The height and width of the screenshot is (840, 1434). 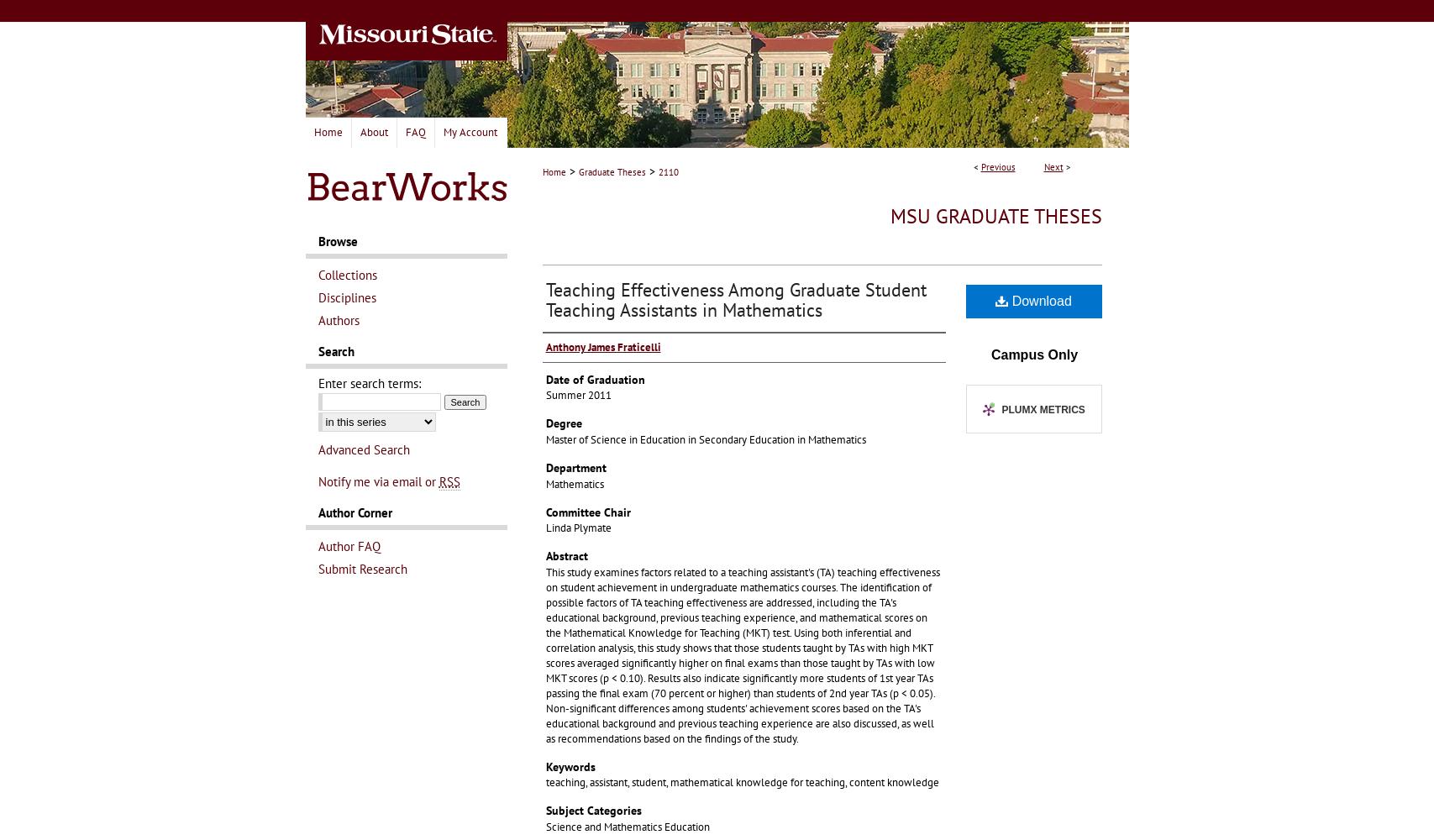 I want to click on 'RSS', so click(x=449, y=480).